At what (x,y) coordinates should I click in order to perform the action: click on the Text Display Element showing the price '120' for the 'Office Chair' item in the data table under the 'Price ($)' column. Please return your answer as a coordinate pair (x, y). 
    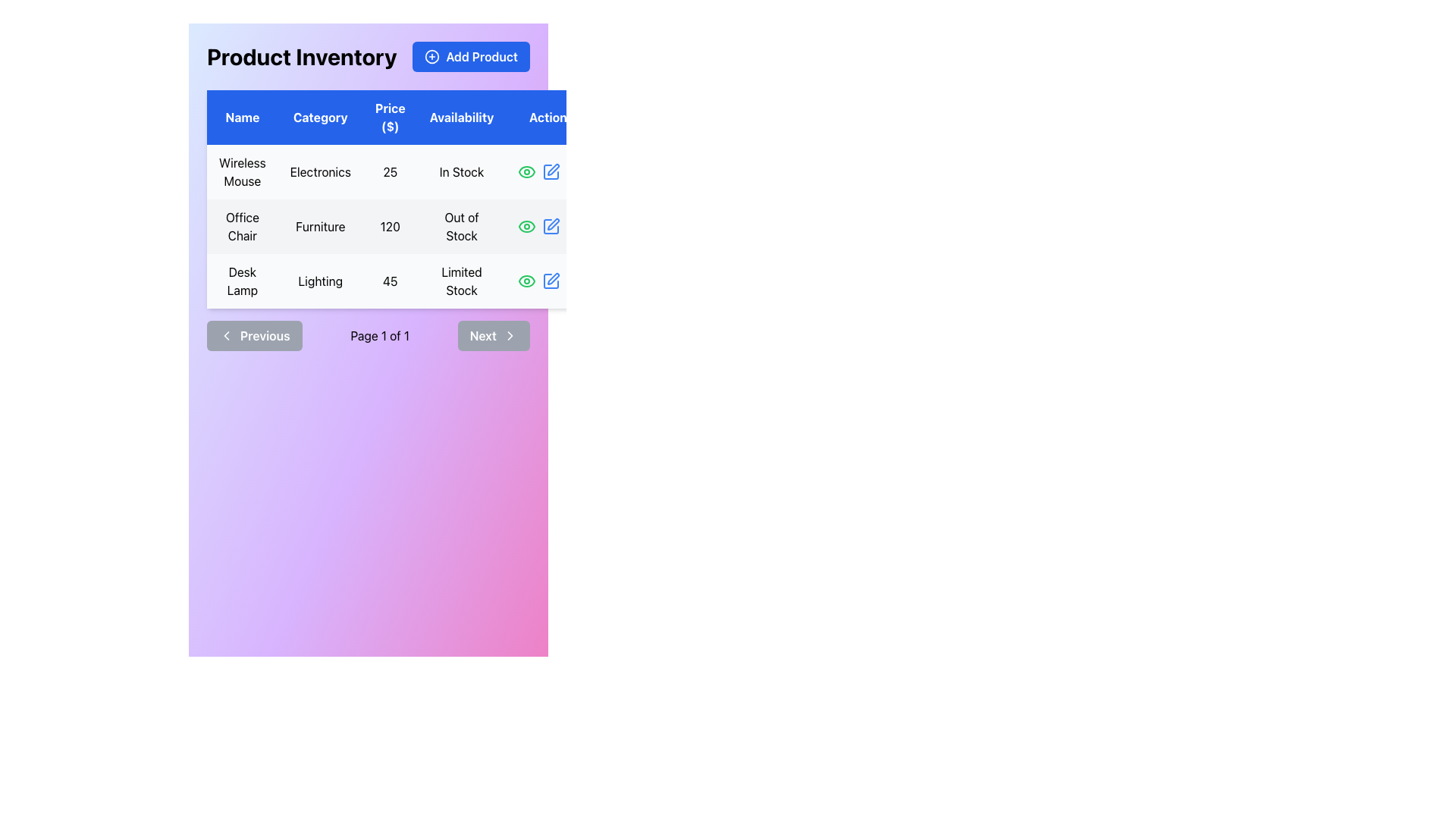
    Looking at the image, I should click on (390, 227).